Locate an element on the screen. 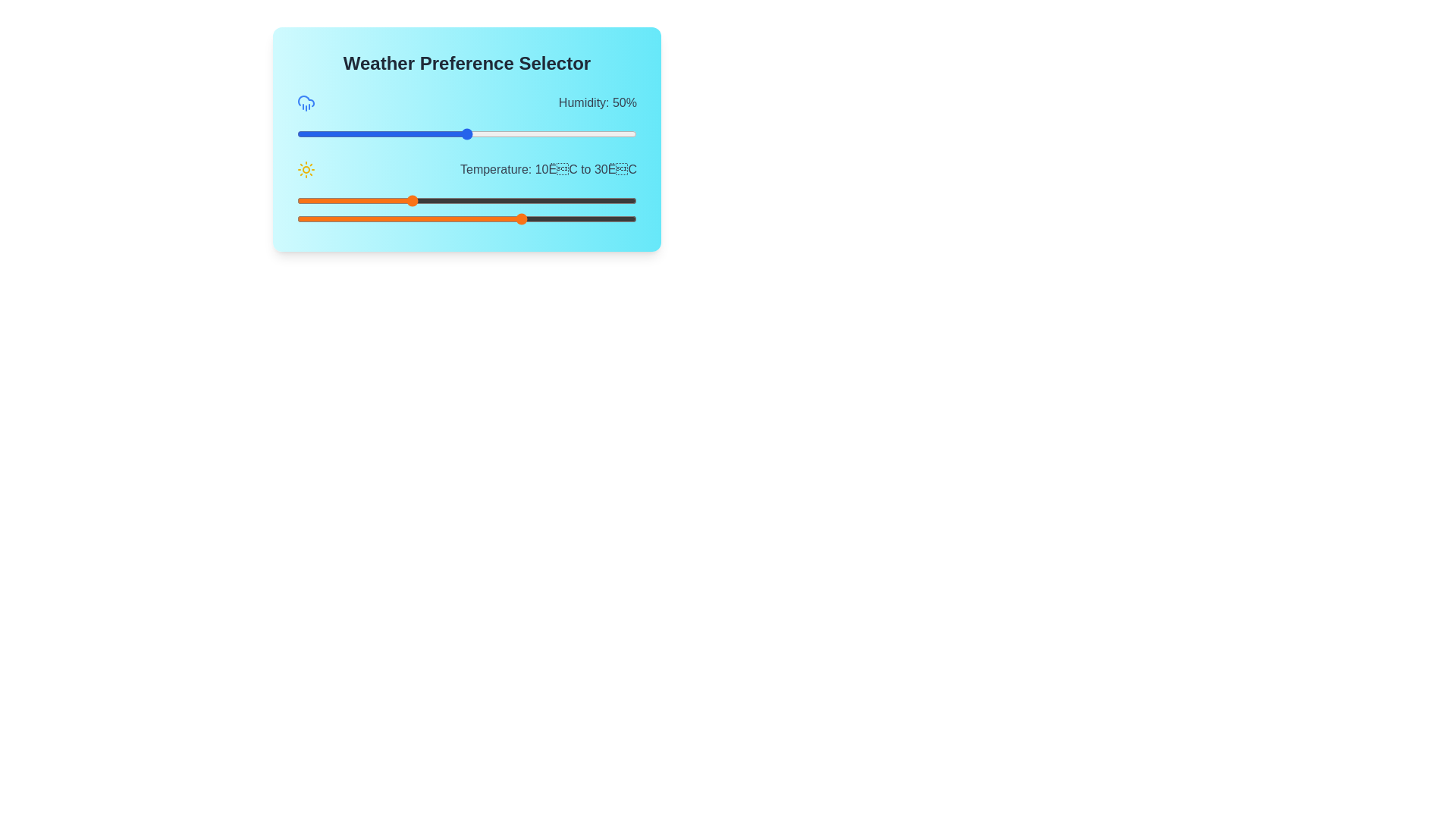  the humidity slider to 9% is located at coordinates (327, 133).